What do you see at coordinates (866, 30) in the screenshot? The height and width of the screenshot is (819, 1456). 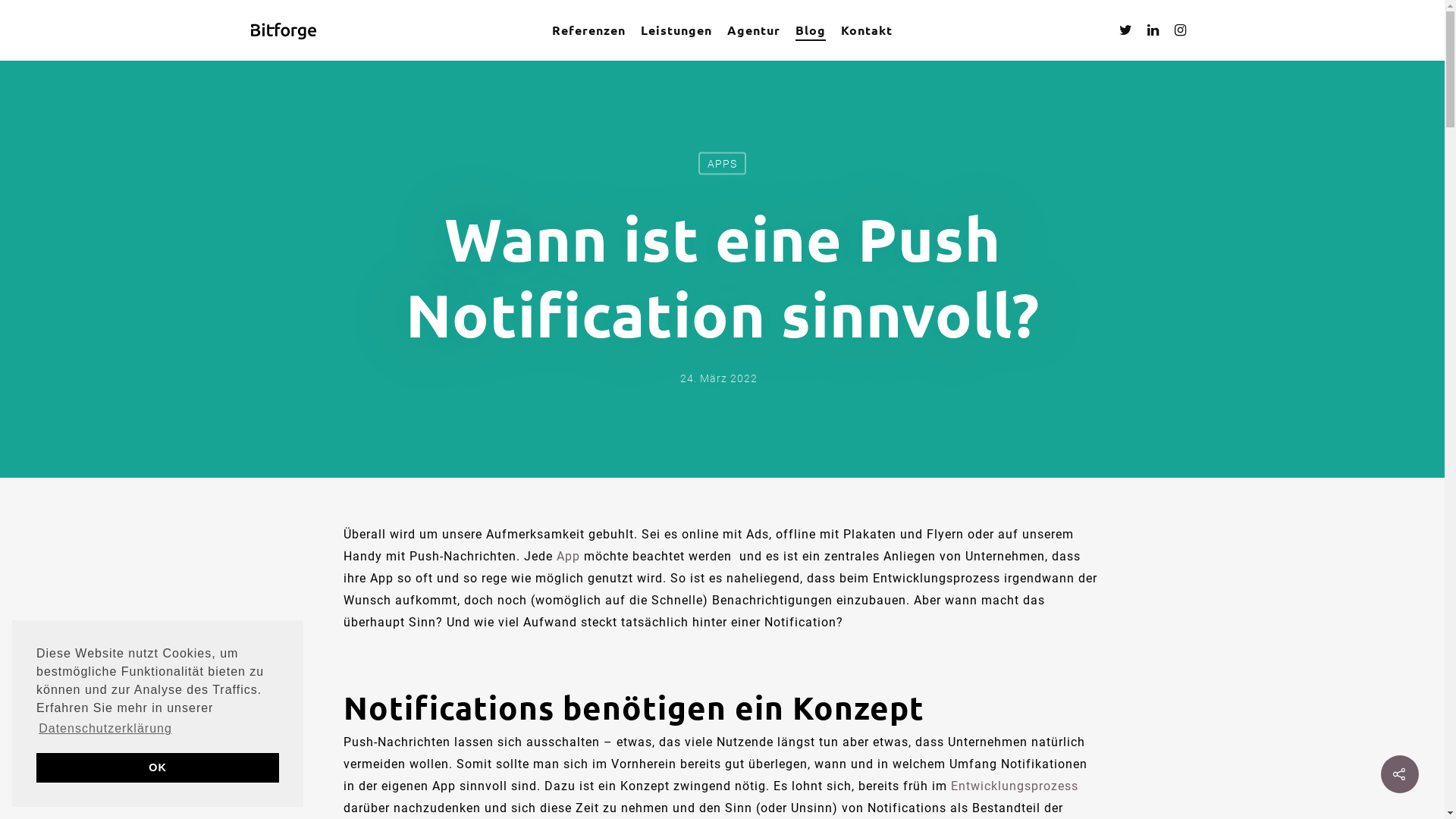 I see `'Kontakt'` at bounding box center [866, 30].